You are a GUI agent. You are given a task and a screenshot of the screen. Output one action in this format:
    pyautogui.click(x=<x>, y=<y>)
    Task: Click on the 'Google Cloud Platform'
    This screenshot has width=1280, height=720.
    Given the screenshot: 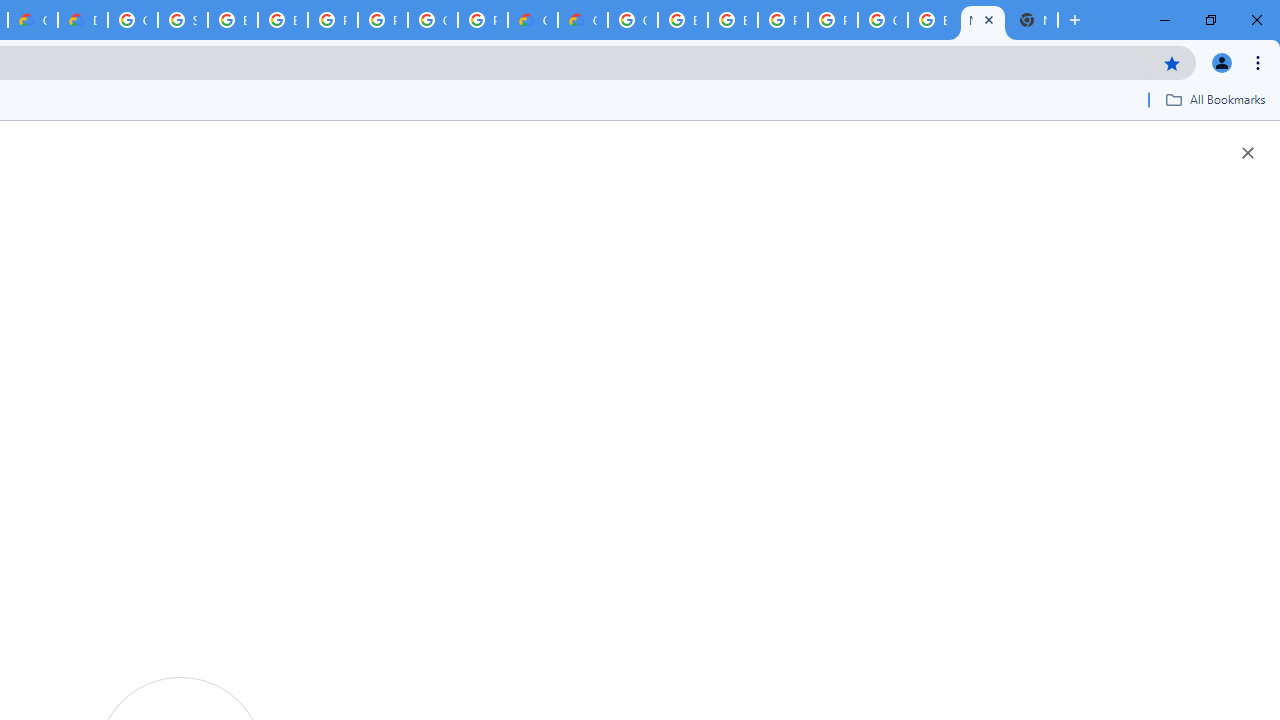 What is the action you would take?
    pyautogui.click(x=432, y=20)
    